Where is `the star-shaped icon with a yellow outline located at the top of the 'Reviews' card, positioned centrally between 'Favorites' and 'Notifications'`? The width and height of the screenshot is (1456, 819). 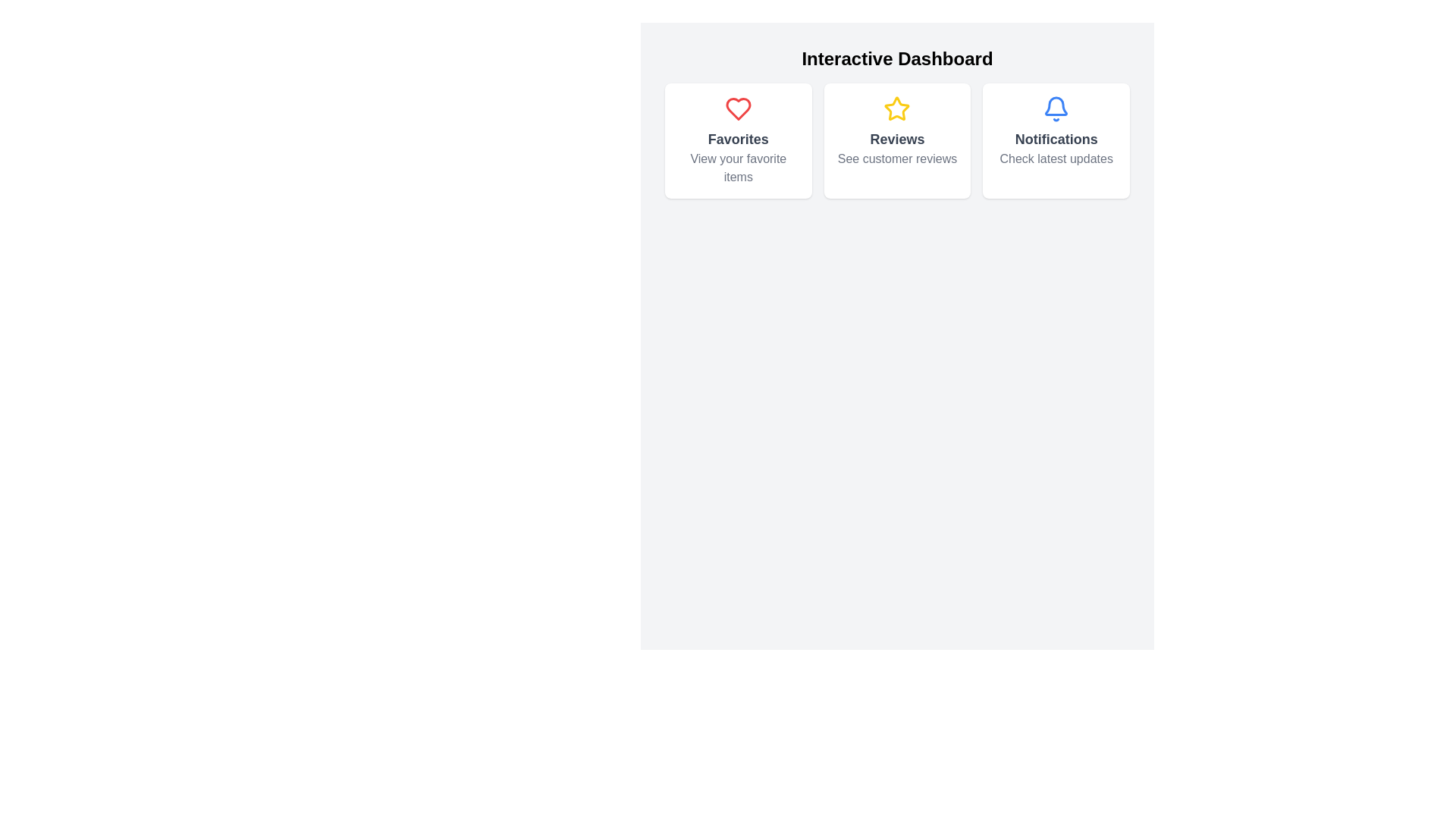 the star-shaped icon with a yellow outline located at the top of the 'Reviews' card, positioned centrally between 'Favorites' and 'Notifications' is located at coordinates (897, 108).